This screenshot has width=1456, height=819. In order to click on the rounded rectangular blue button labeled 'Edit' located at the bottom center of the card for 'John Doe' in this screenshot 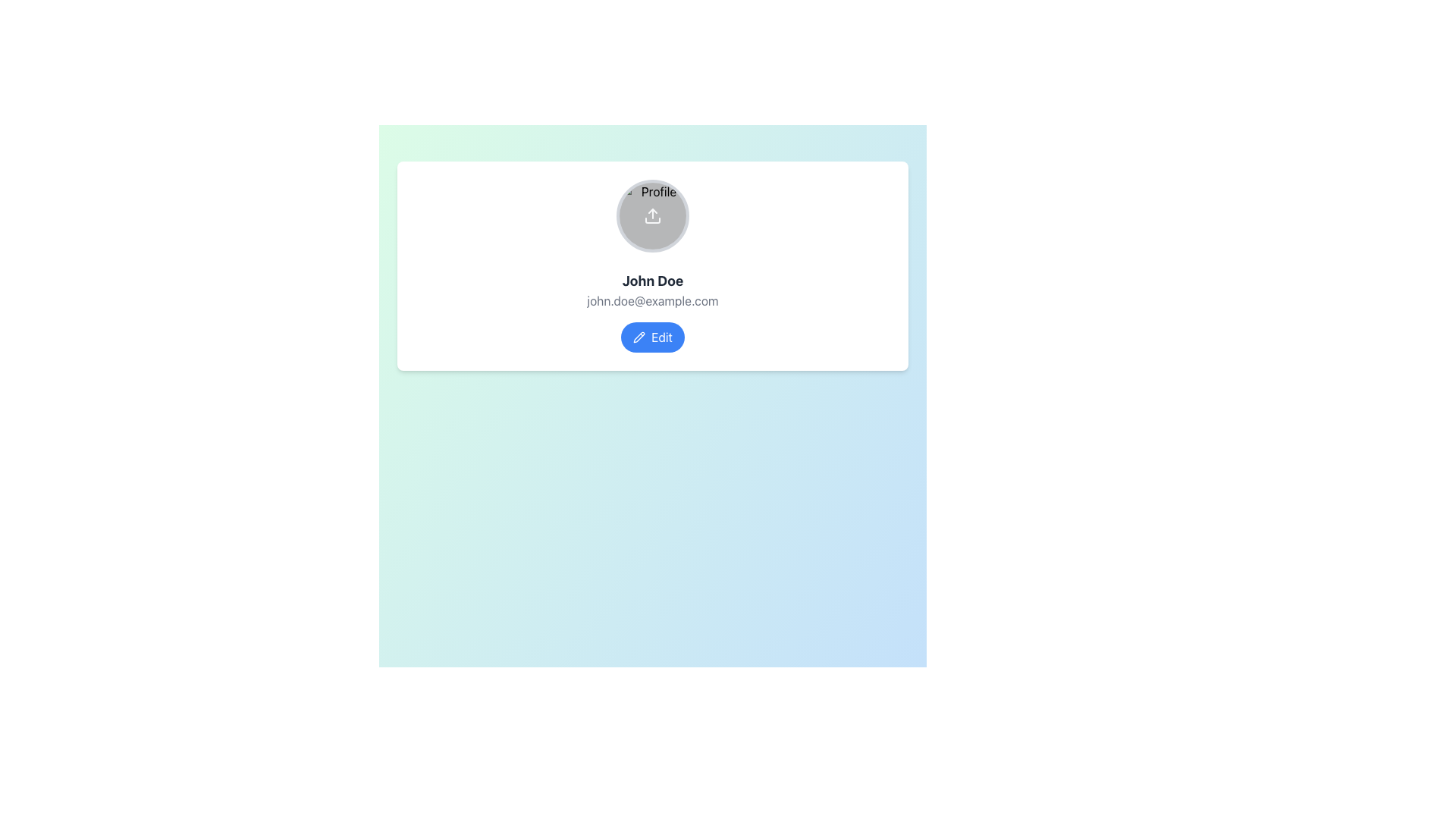, I will do `click(652, 336)`.